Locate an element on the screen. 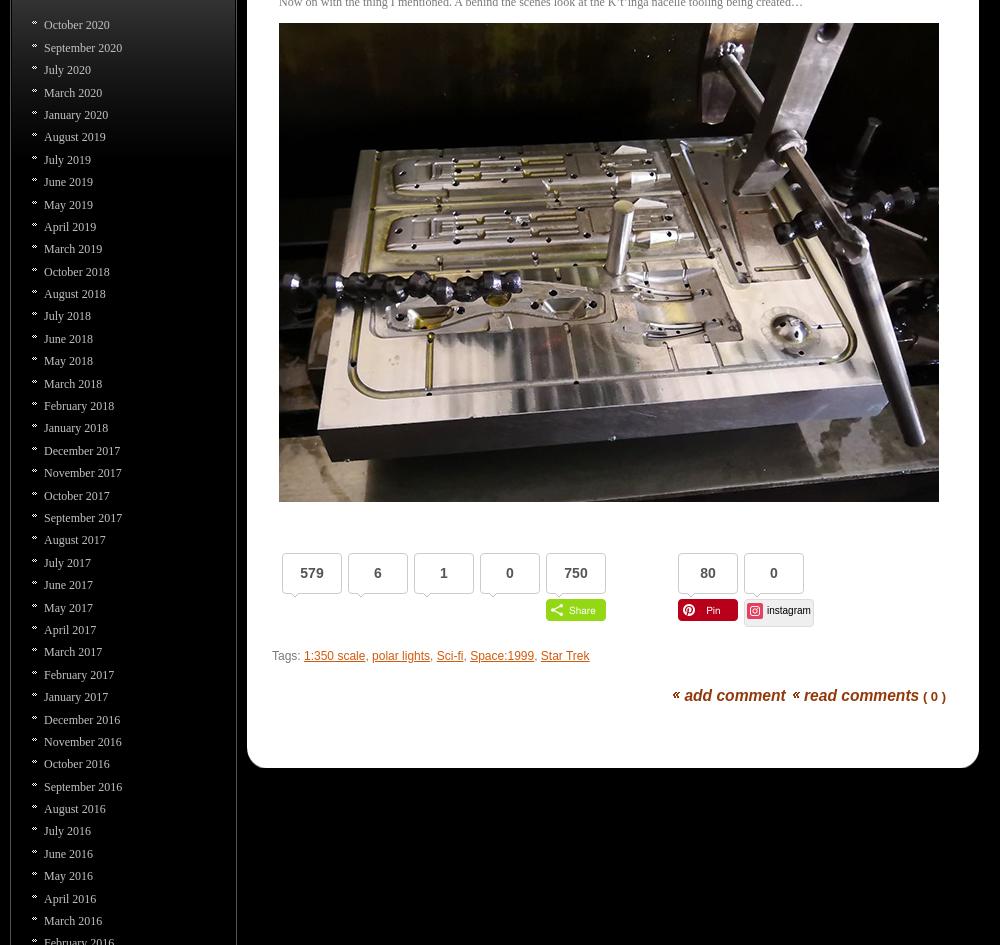 This screenshot has width=1000, height=945. 'add comment' is located at coordinates (684, 694).